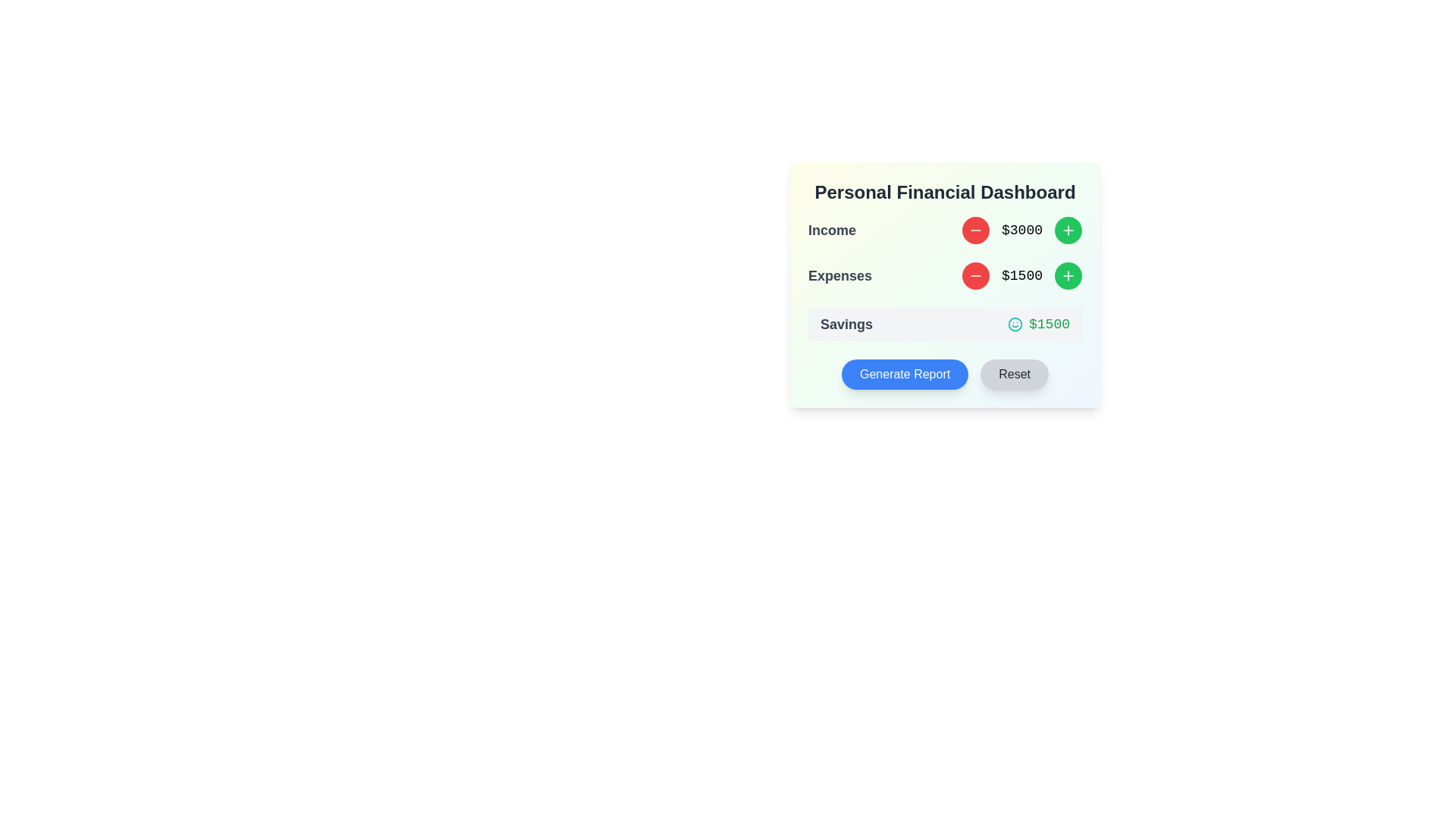 The height and width of the screenshot is (819, 1456). I want to click on the 'Savings' text label element, which is styled with a large, bold, gray font and is positioned to the left of the monetary value '$1500' within the financial dashboard, so click(846, 324).